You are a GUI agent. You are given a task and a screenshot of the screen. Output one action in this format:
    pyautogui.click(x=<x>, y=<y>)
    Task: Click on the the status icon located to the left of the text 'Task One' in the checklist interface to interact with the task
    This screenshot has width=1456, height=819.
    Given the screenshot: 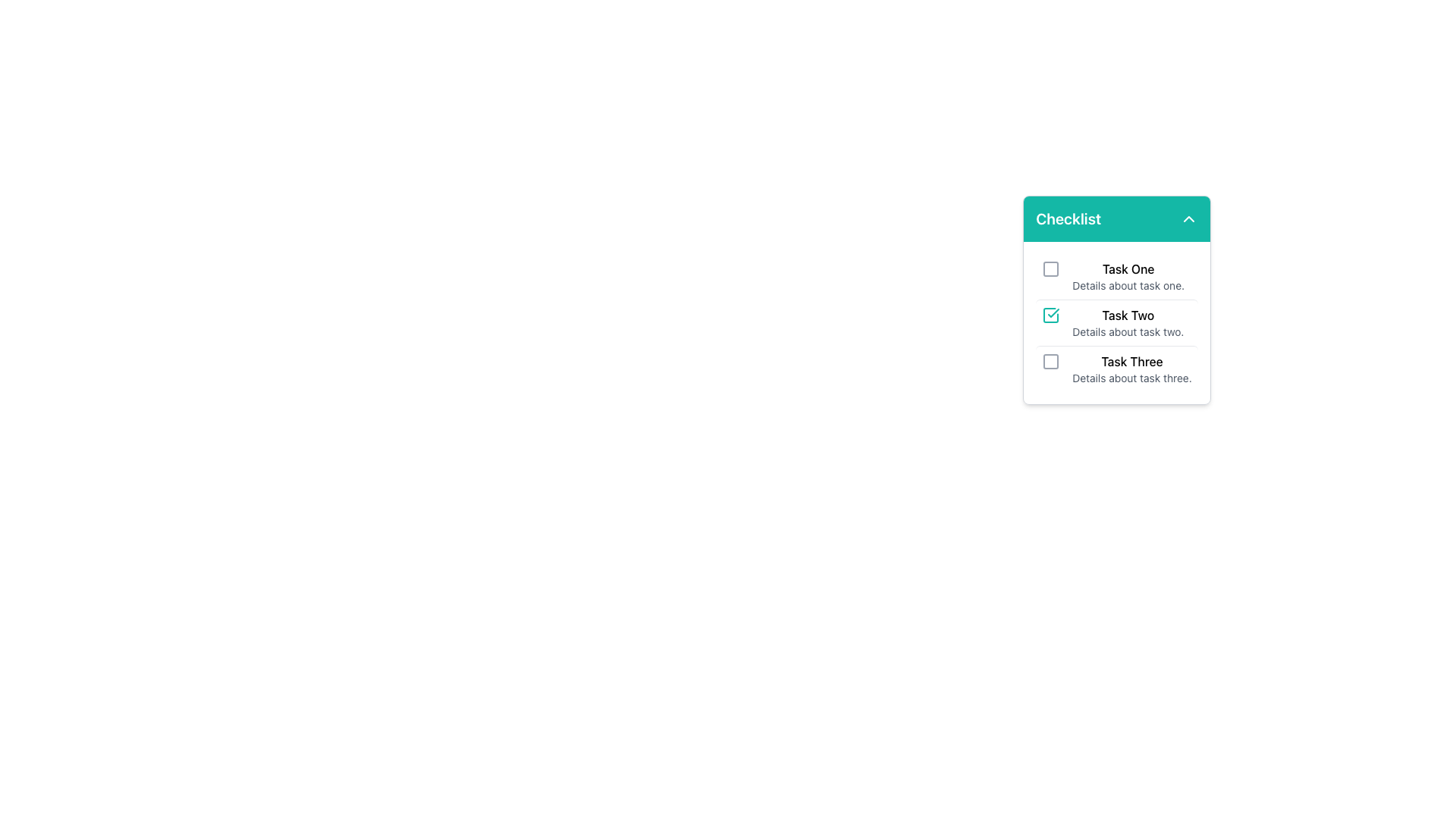 What is the action you would take?
    pyautogui.click(x=1050, y=268)
    